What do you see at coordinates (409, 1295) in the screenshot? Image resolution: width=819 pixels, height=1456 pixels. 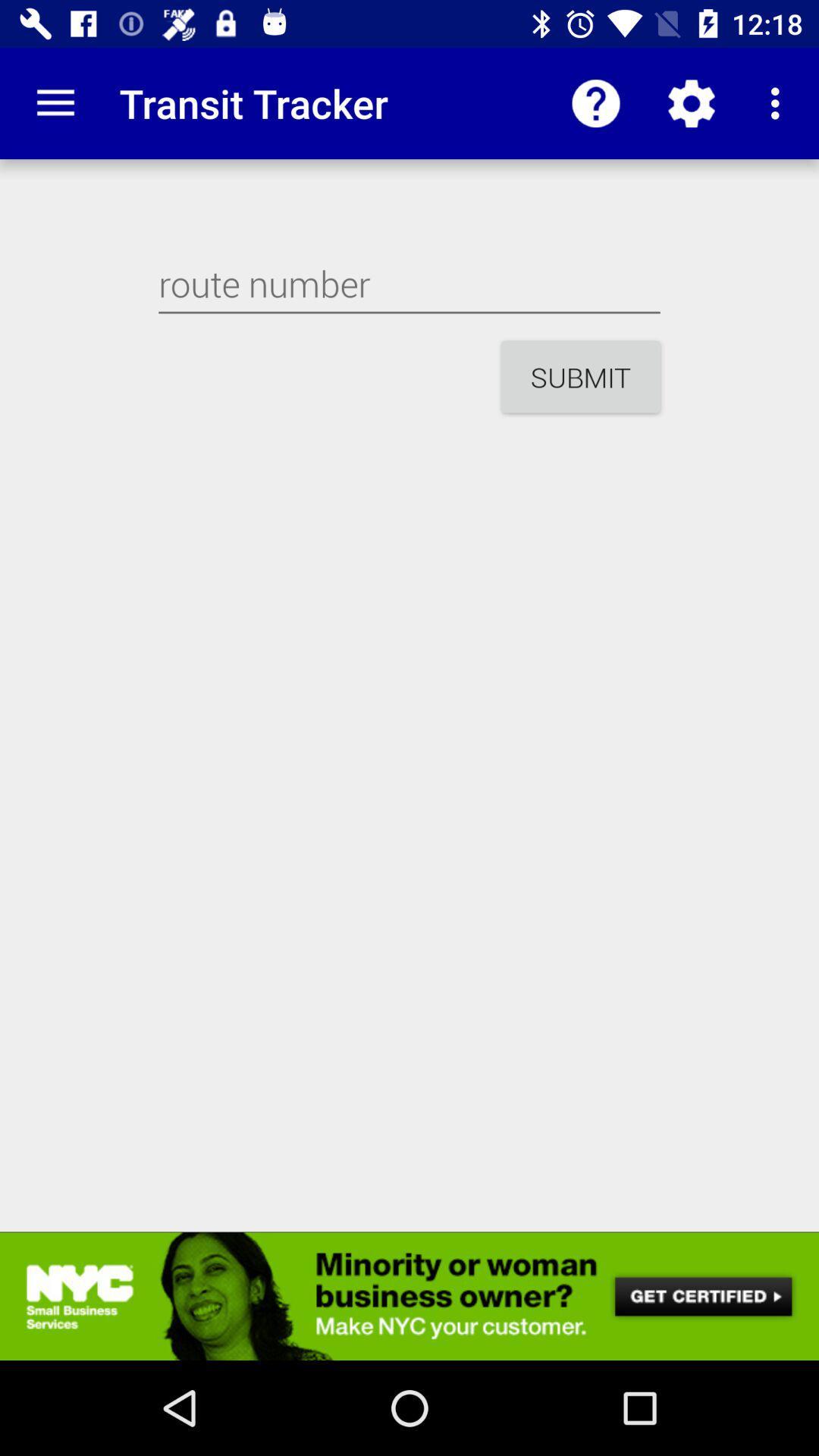 I see `advertisement banner advertisement` at bounding box center [409, 1295].